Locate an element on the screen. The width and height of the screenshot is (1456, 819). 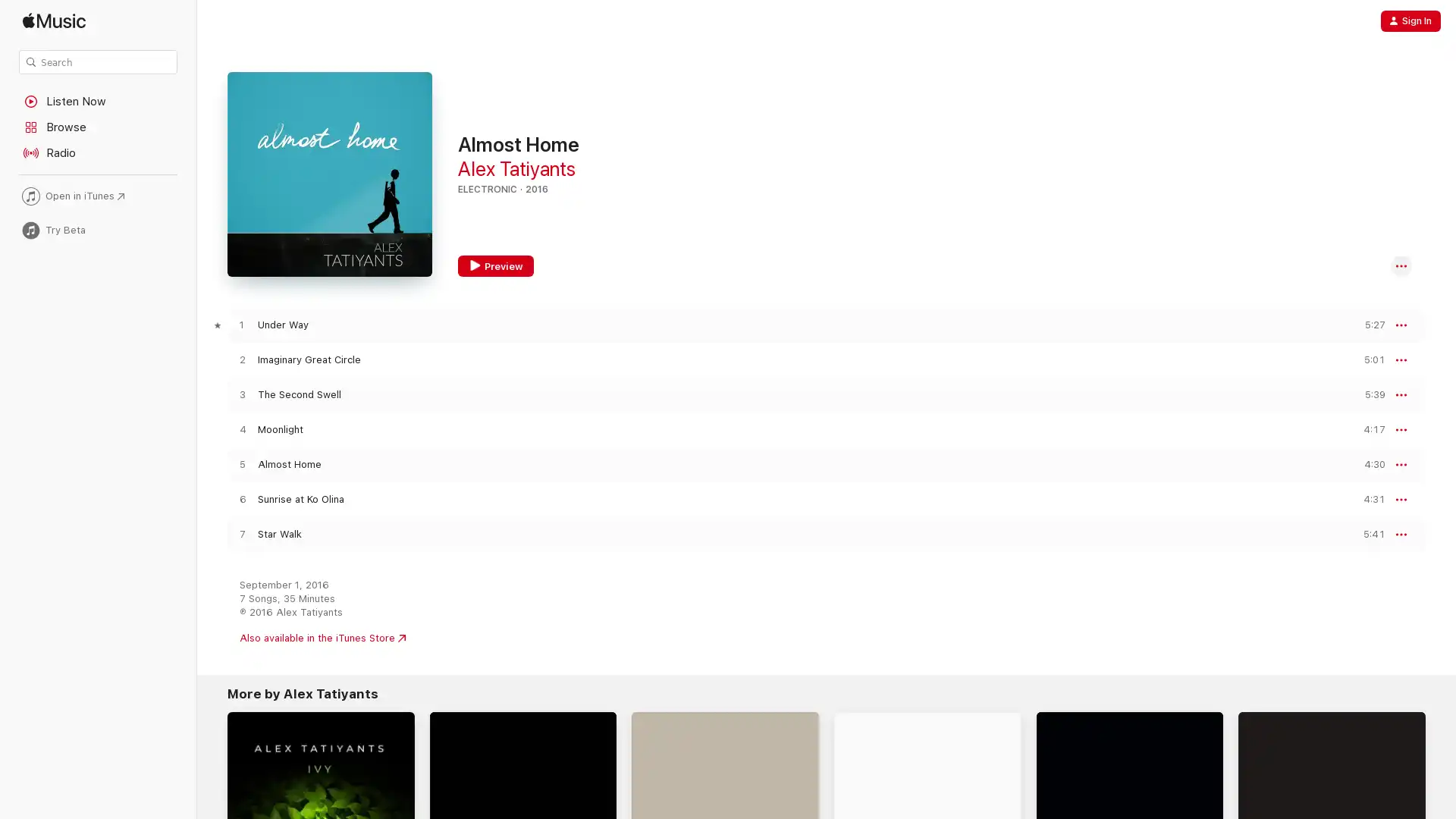
Play is located at coordinates (241, 499).